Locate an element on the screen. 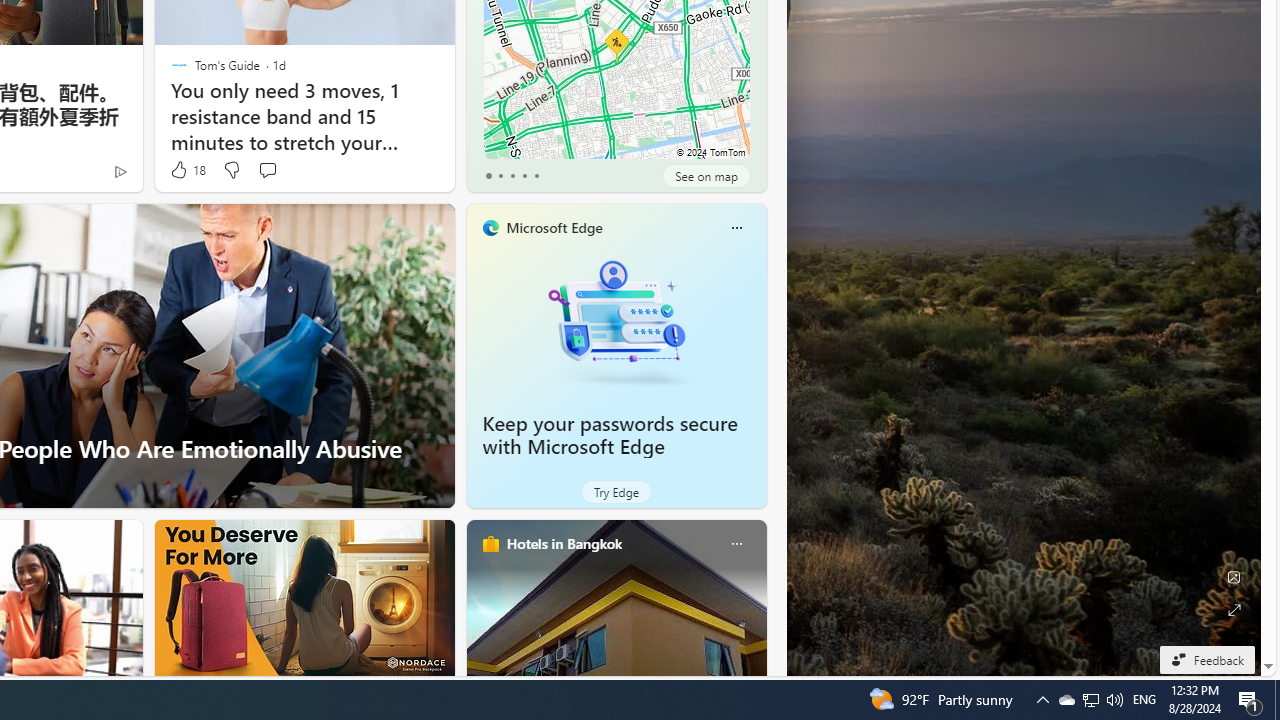 Image resolution: width=1280 pixels, height=720 pixels. 'hotels-header-icon' is located at coordinates (490, 543).